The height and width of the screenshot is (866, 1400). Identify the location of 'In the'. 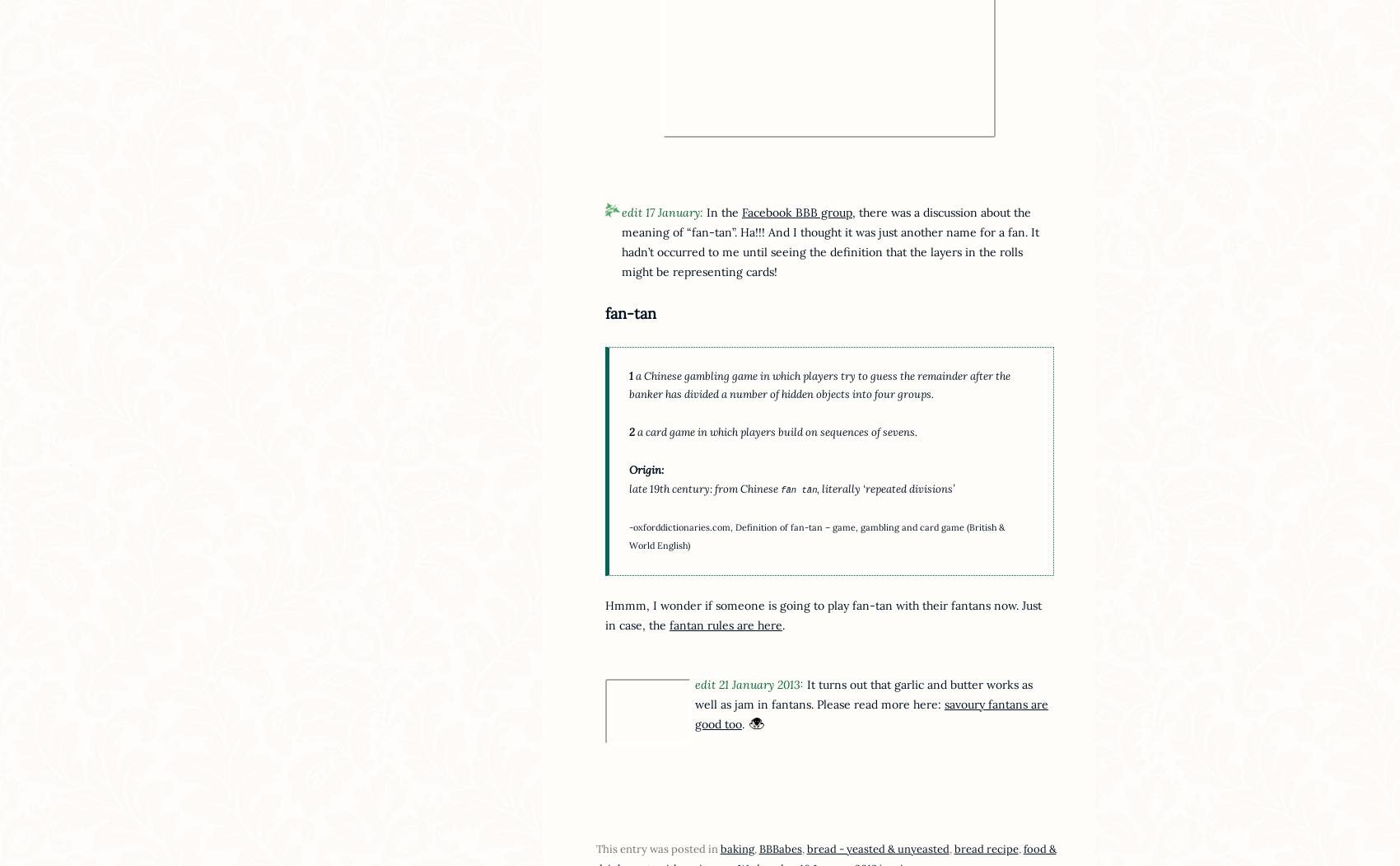
(702, 211).